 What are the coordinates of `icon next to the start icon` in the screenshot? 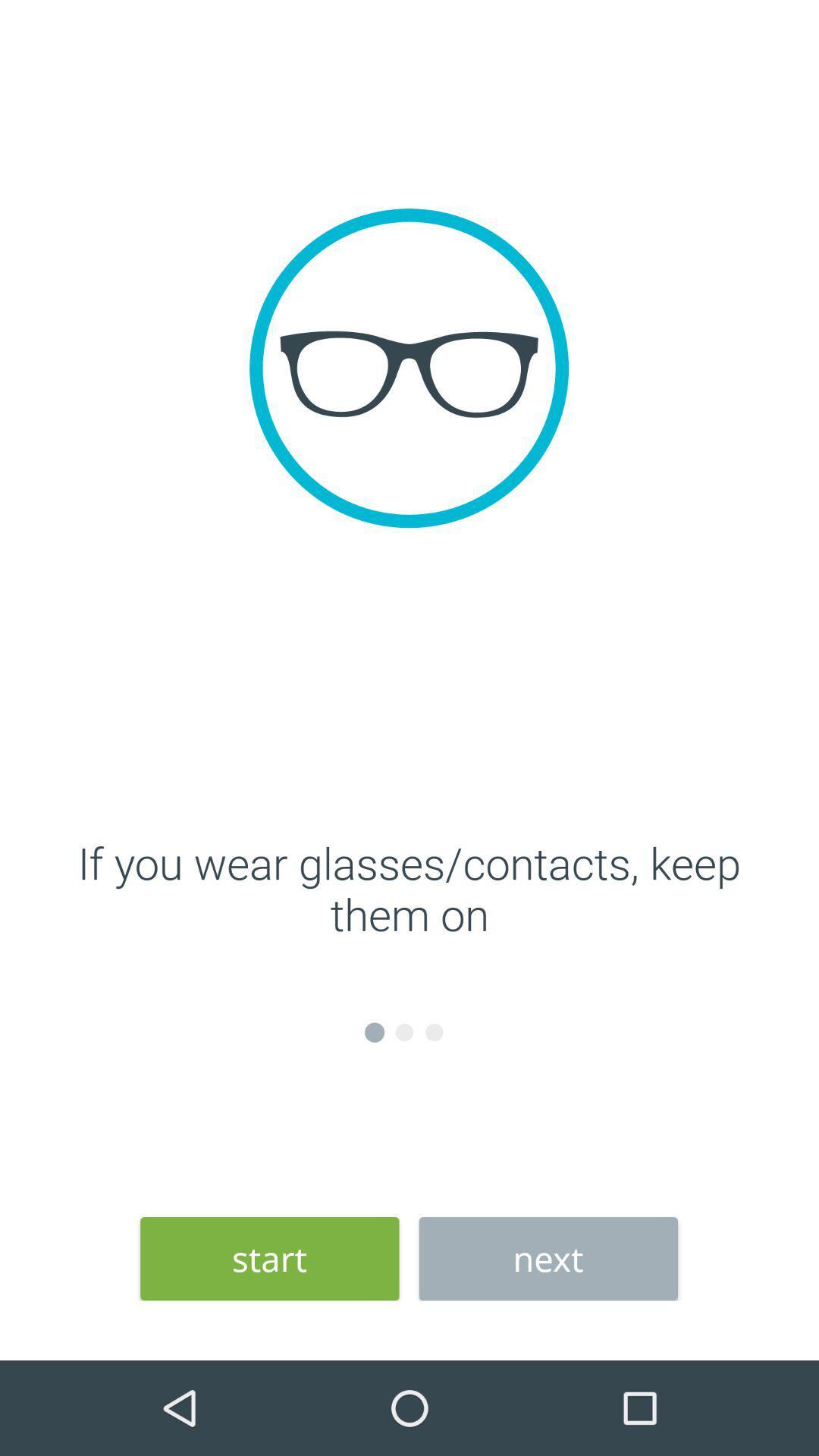 It's located at (548, 1259).